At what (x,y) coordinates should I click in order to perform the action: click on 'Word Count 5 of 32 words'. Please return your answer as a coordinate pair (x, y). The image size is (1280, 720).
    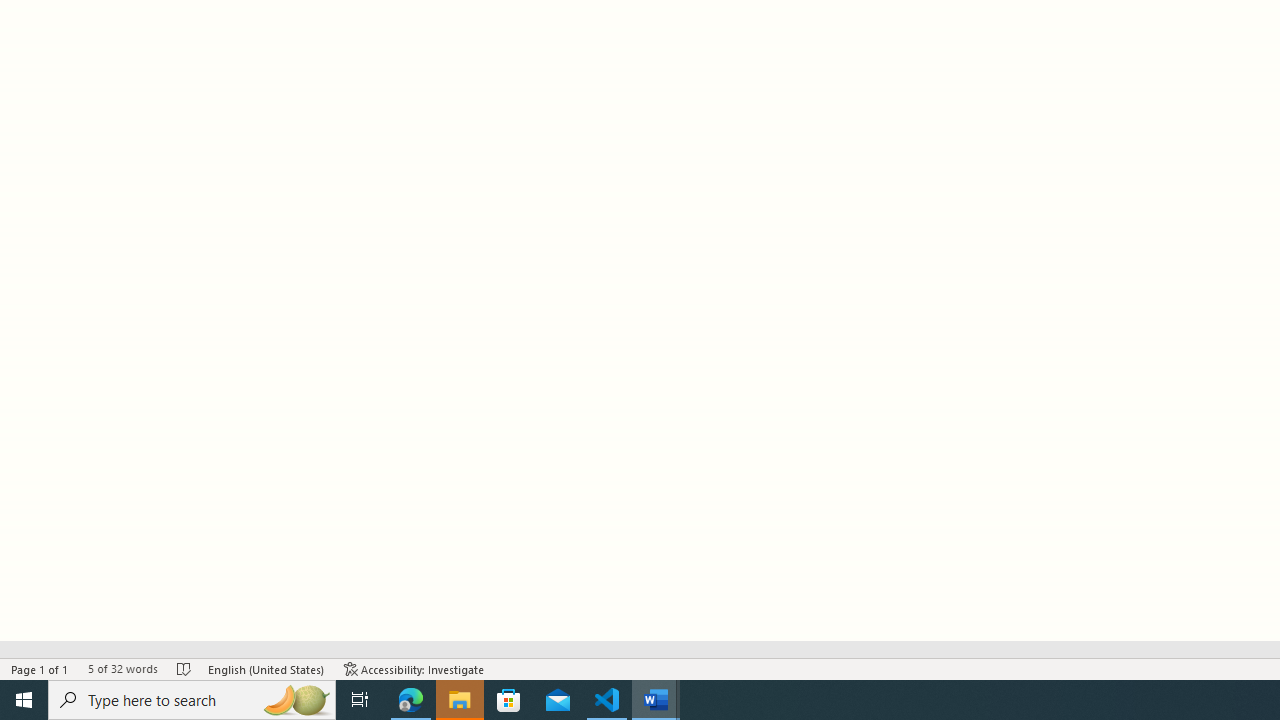
    Looking at the image, I should click on (121, 669).